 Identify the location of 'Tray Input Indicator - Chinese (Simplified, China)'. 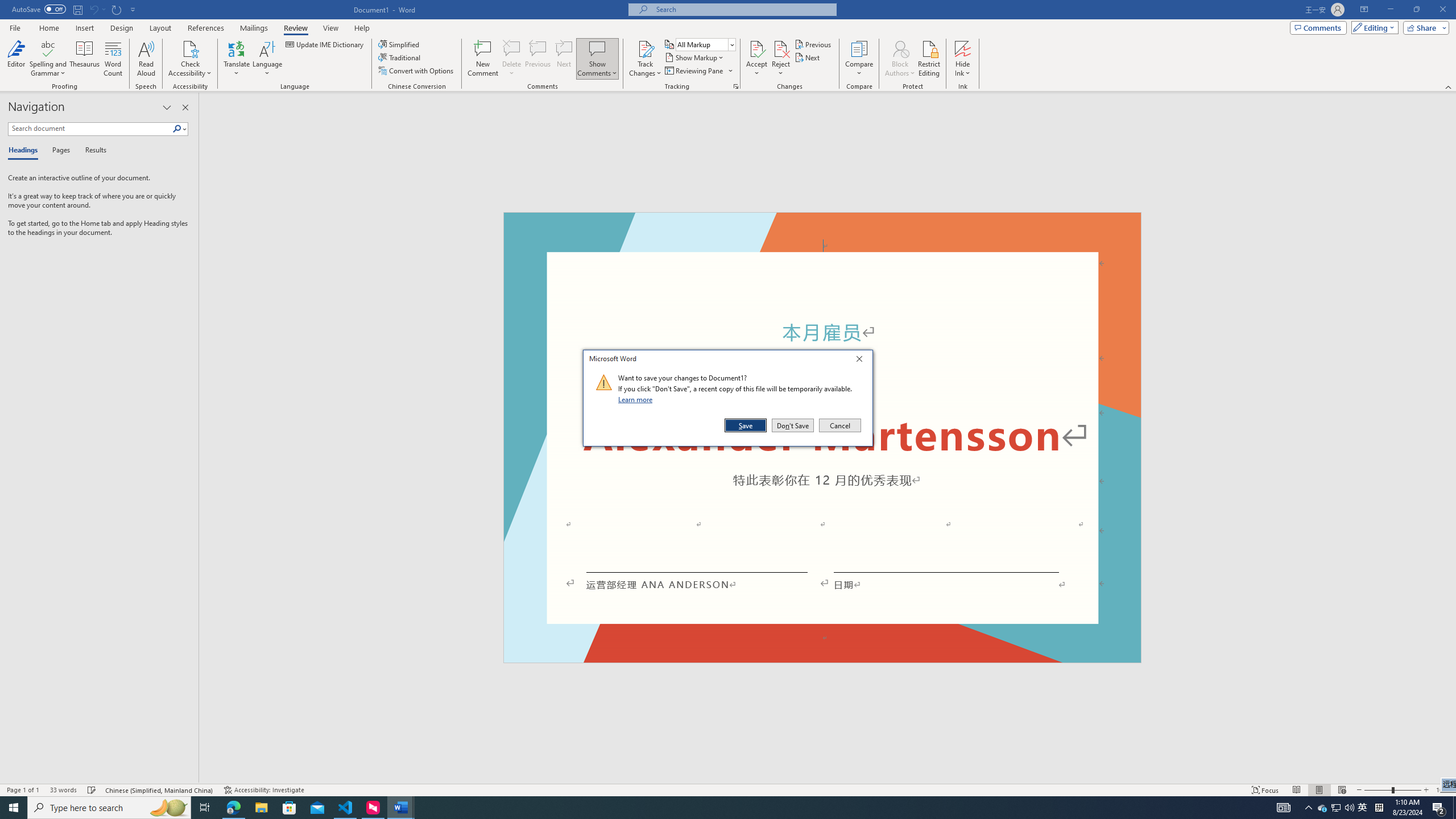
(1379, 806).